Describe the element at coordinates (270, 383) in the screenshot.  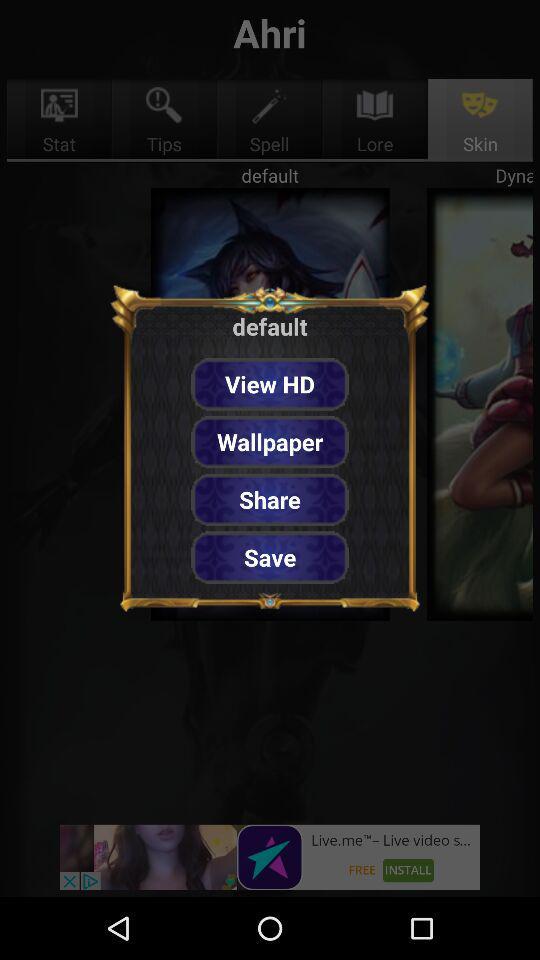
I see `the app below default` at that location.